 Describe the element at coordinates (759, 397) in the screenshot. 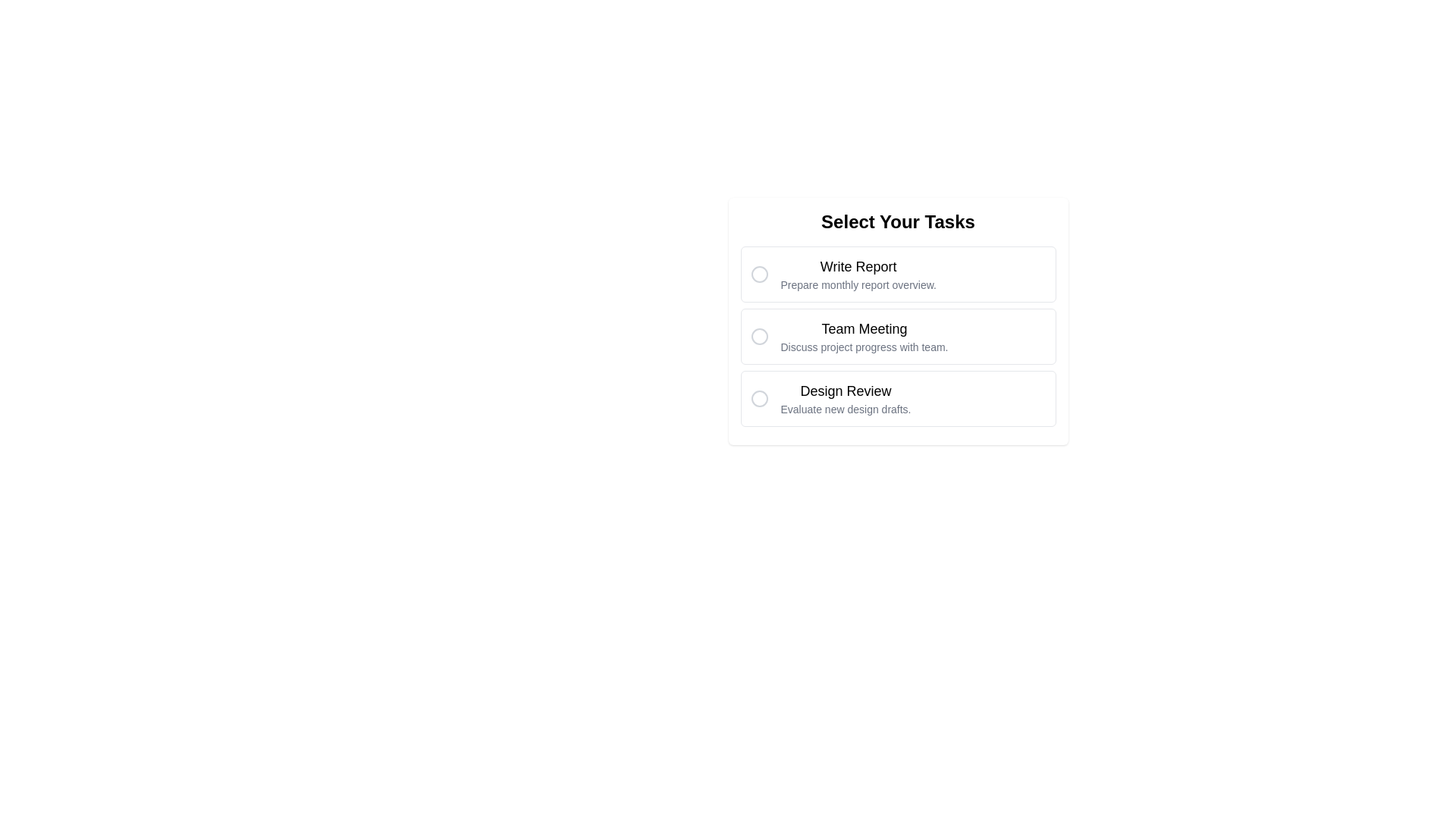

I see `the graphical icon representing the unselected radio button for the 'Design Review' task, located beside the task label at the bottom of the list of tasks` at that location.